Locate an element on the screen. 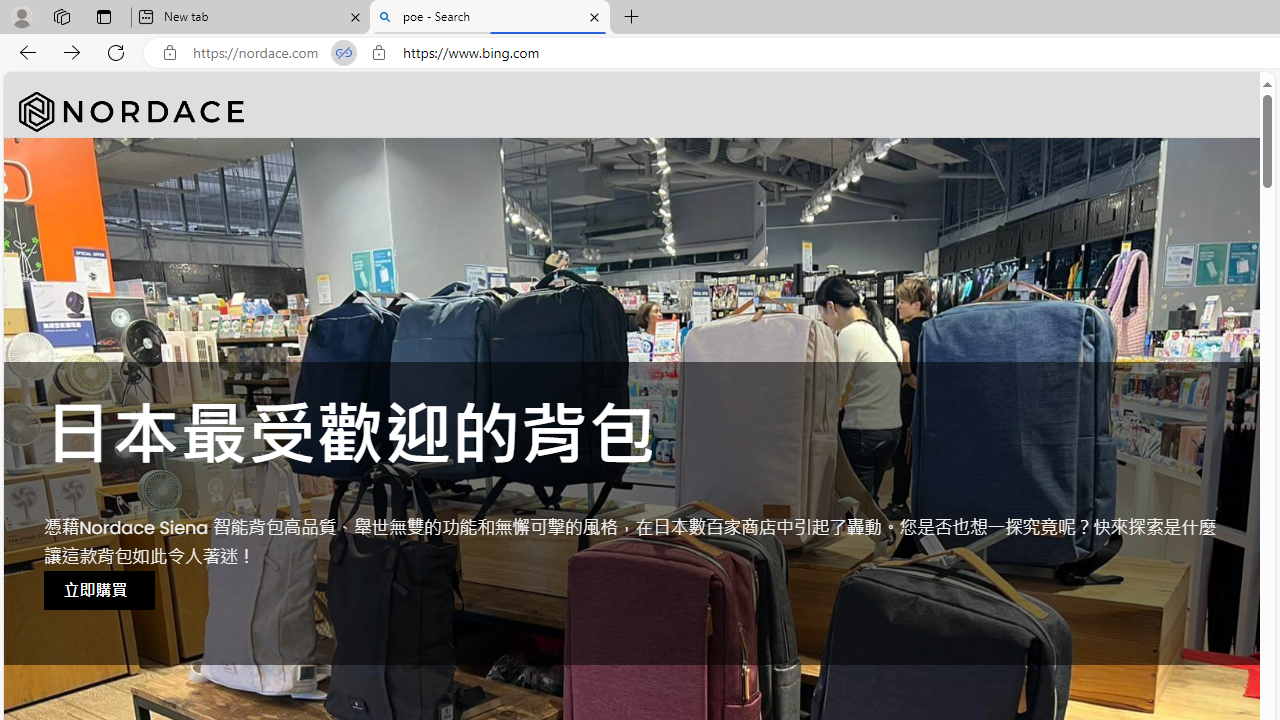 The height and width of the screenshot is (720, 1280). 'Forward' is located at coordinates (72, 51).